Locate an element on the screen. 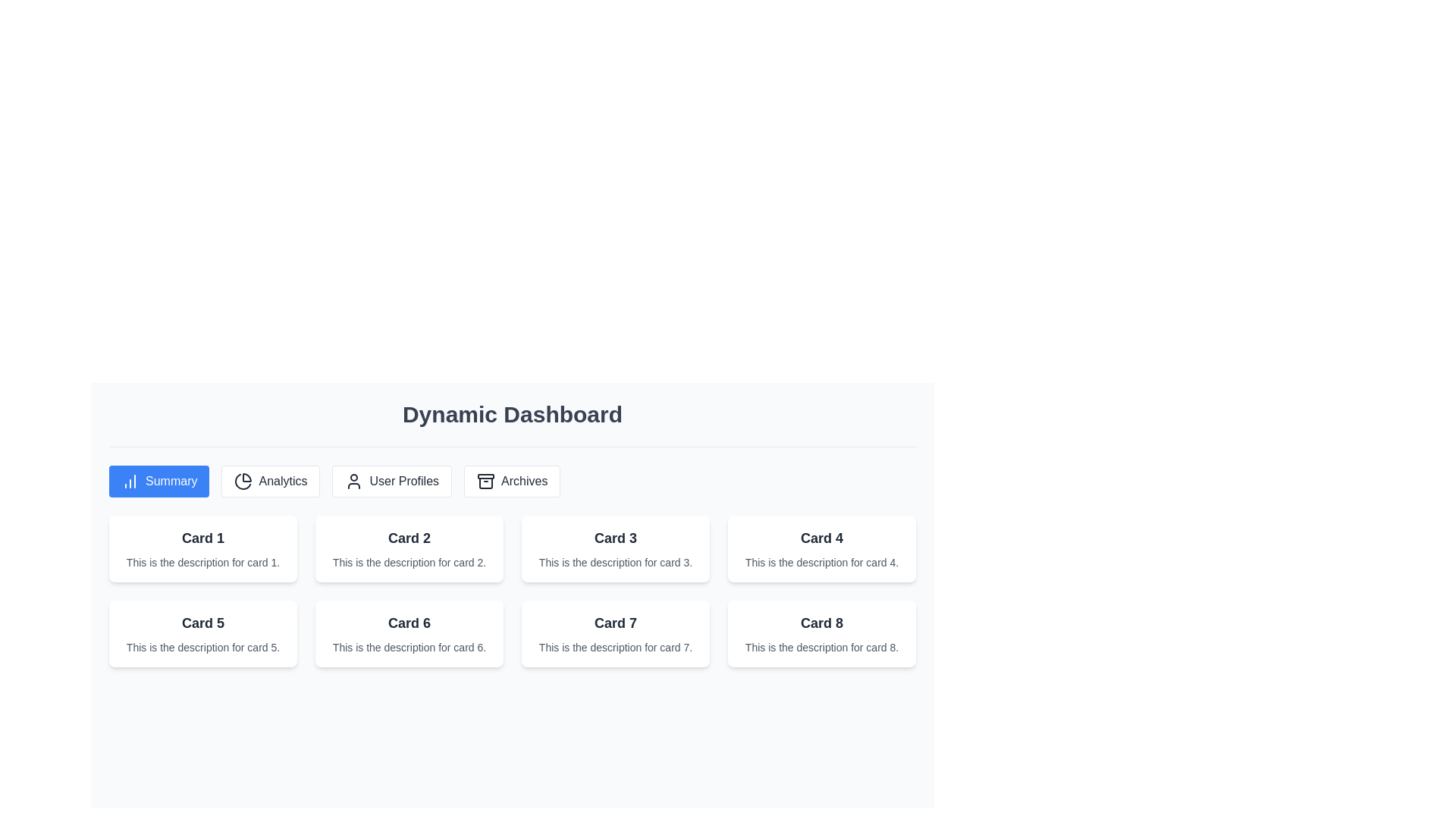 This screenshot has height=819, width=1456. the description text component that contains the content 'This is the description for card 8.' located at the bottom-right corner of the card labeled 'Card 8' is located at coordinates (821, 647).